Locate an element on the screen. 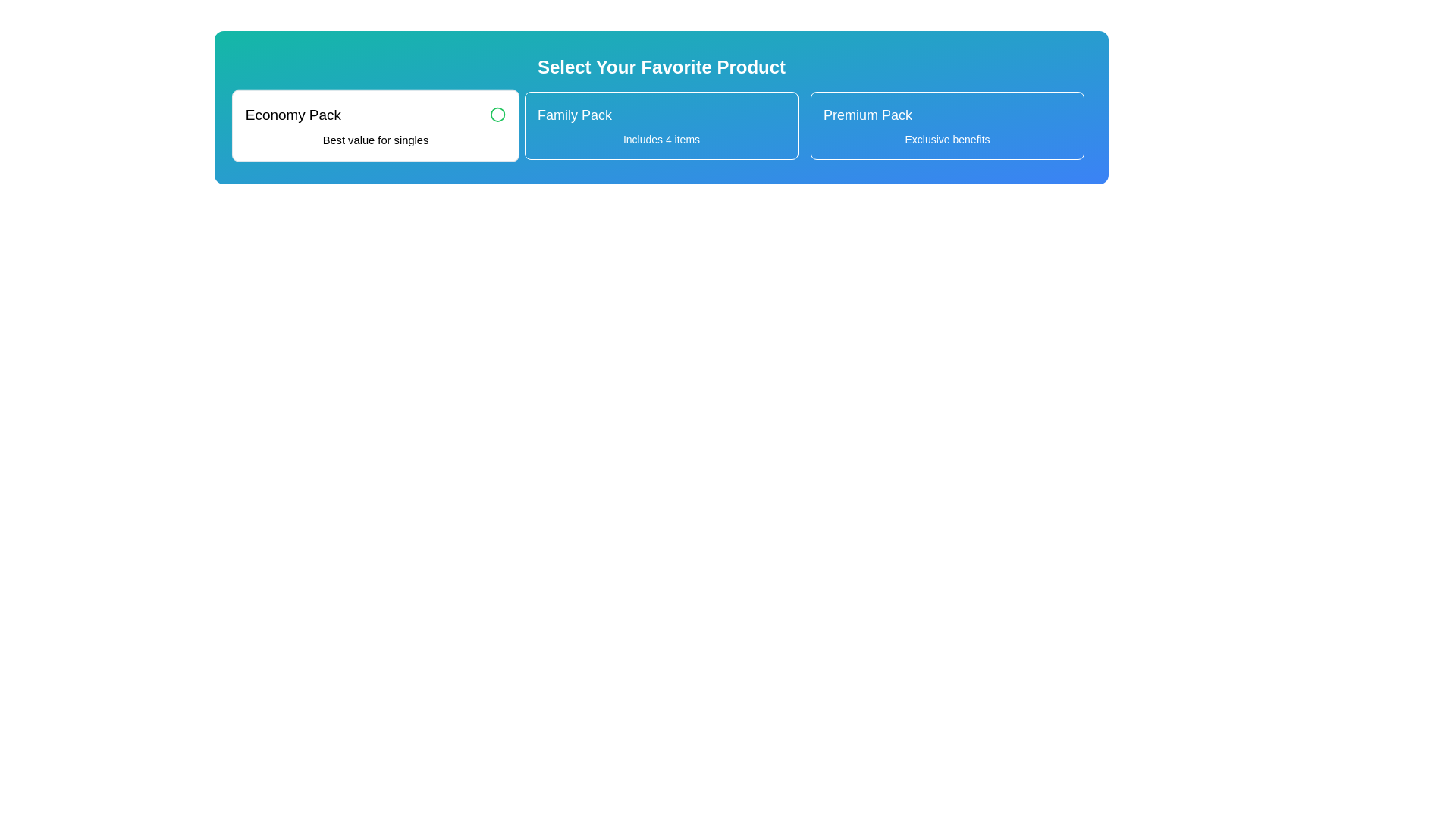 This screenshot has height=819, width=1456. the card-like button for the 'Family Pack' option, which includes the subtitle 'Includes 4 items', positioned in the middle of three product options is located at coordinates (661, 124).